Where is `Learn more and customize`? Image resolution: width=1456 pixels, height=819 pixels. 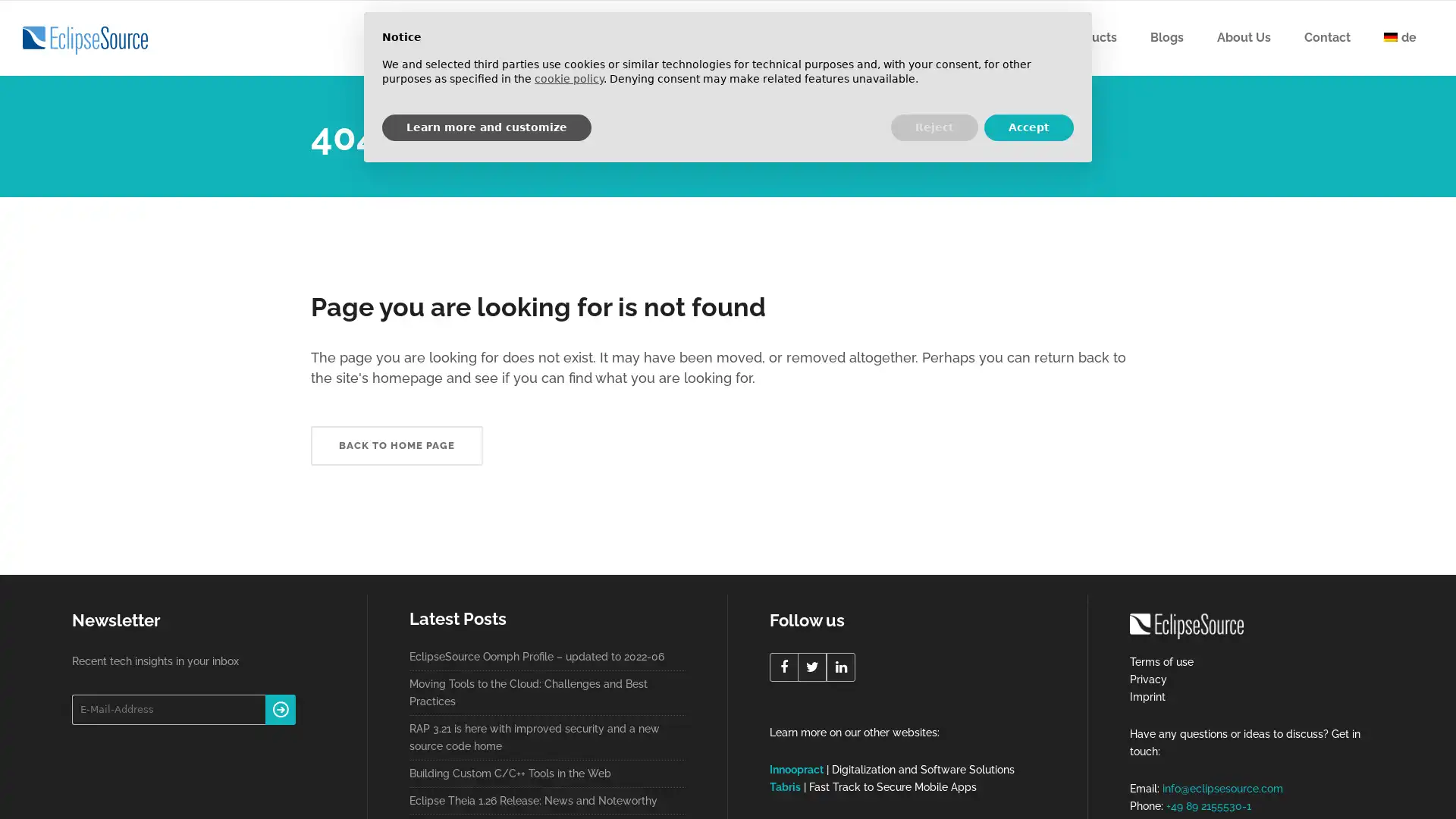 Learn more and customize is located at coordinates (487, 127).